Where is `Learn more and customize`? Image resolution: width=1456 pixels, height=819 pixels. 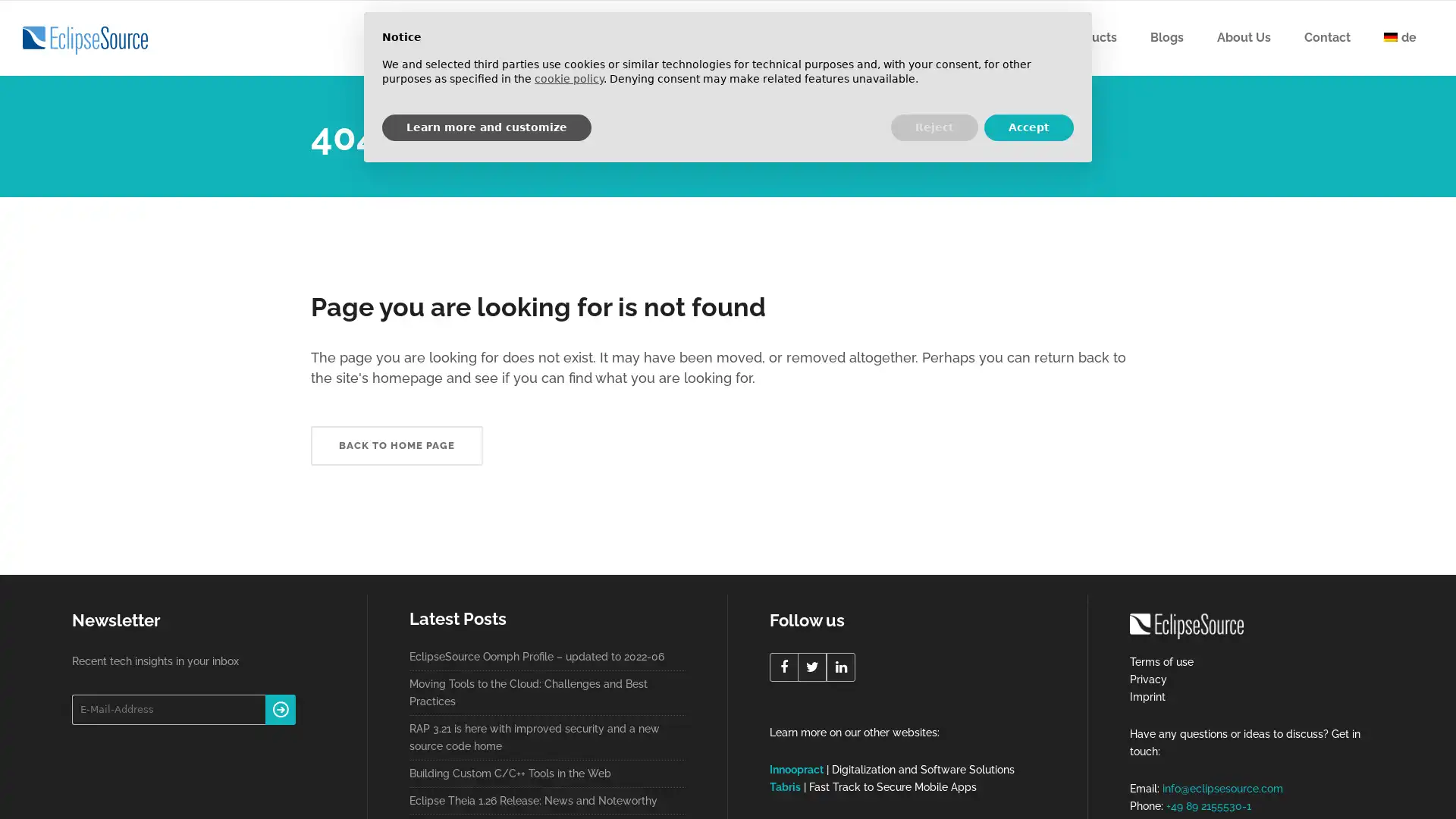 Learn more and customize is located at coordinates (487, 127).